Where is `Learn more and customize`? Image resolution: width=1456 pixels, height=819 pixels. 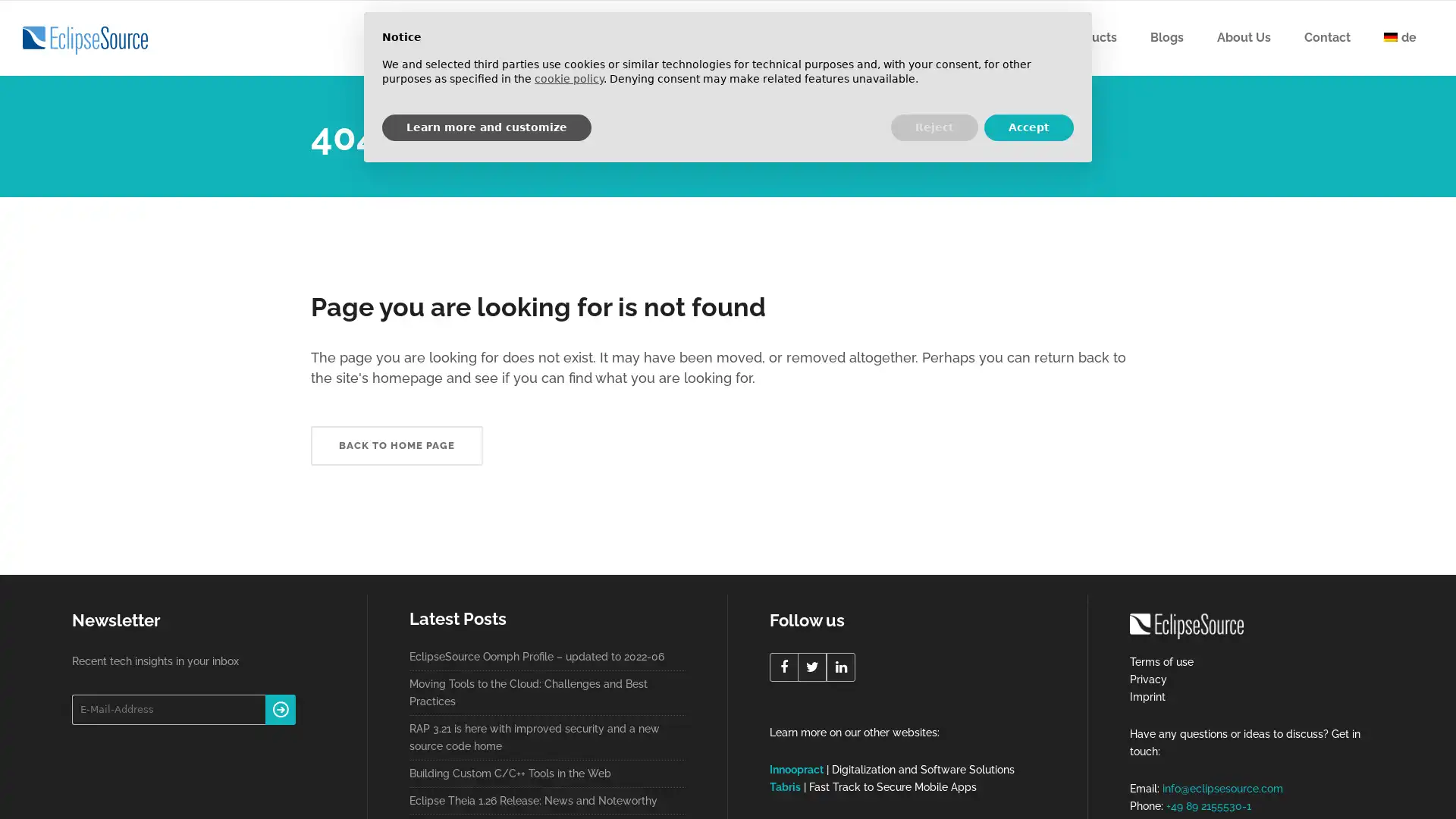 Learn more and customize is located at coordinates (487, 127).